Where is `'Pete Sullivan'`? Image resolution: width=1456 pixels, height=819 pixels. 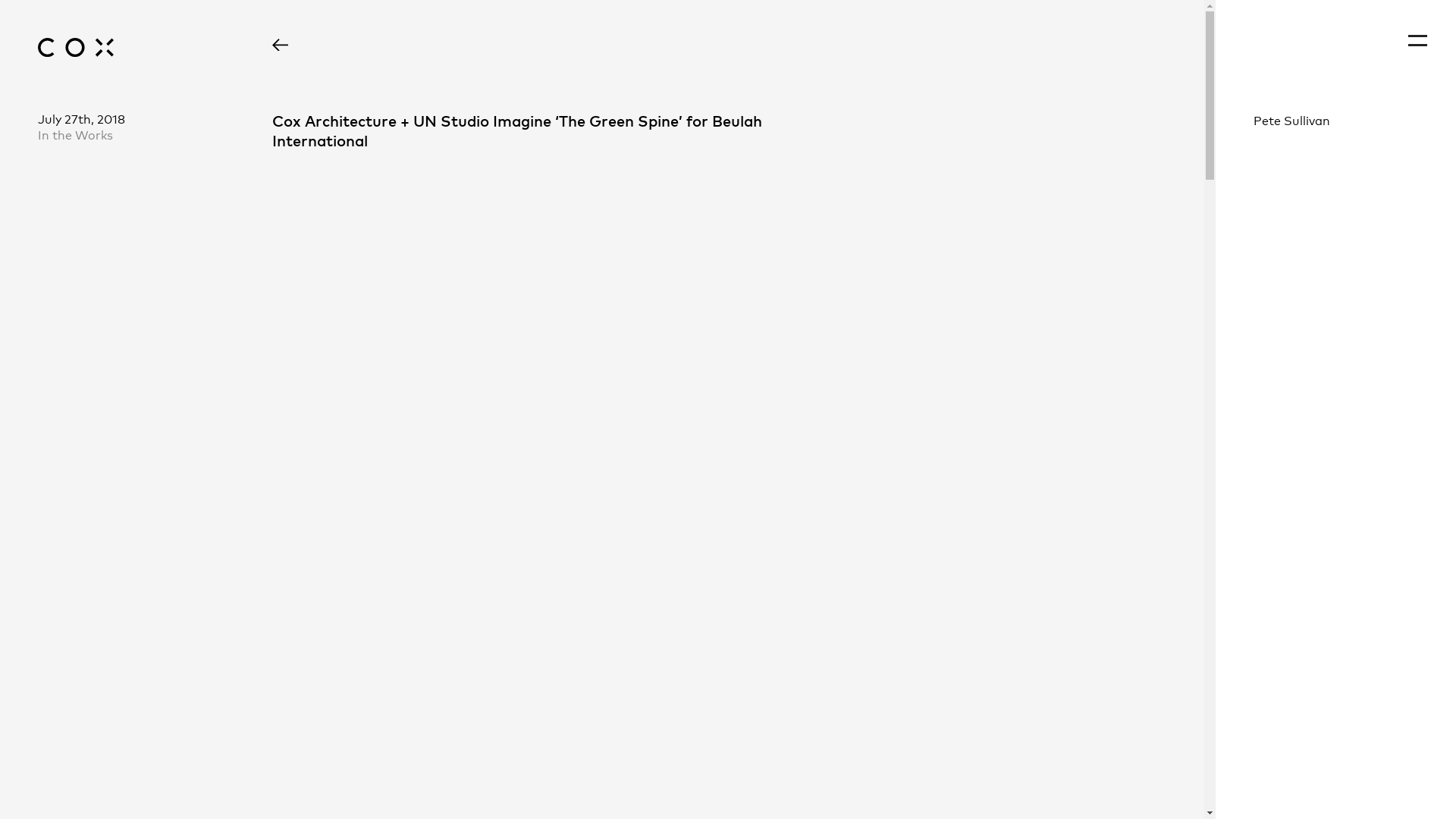 'Pete Sullivan' is located at coordinates (1335, 119).